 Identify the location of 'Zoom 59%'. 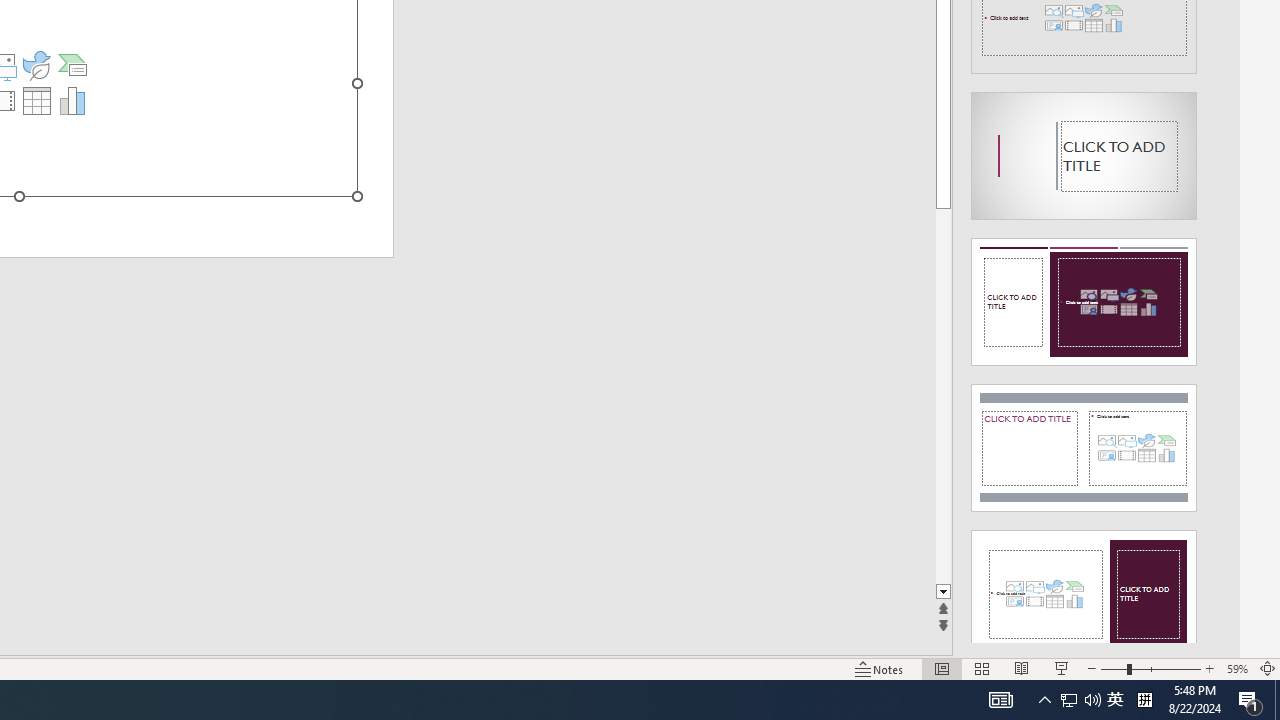
(1236, 669).